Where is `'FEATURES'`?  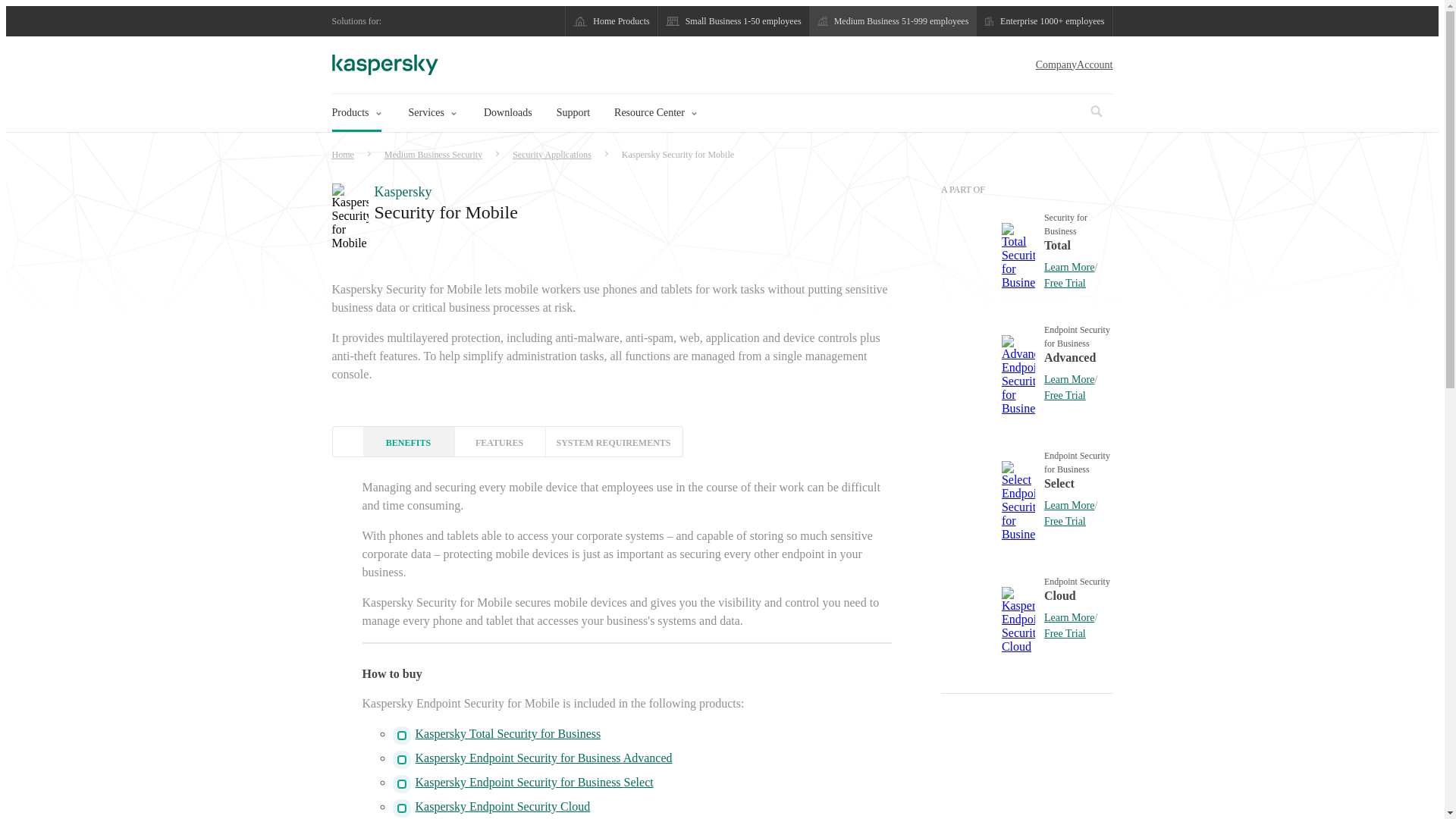 'FEATURES' is located at coordinates (498, 441).